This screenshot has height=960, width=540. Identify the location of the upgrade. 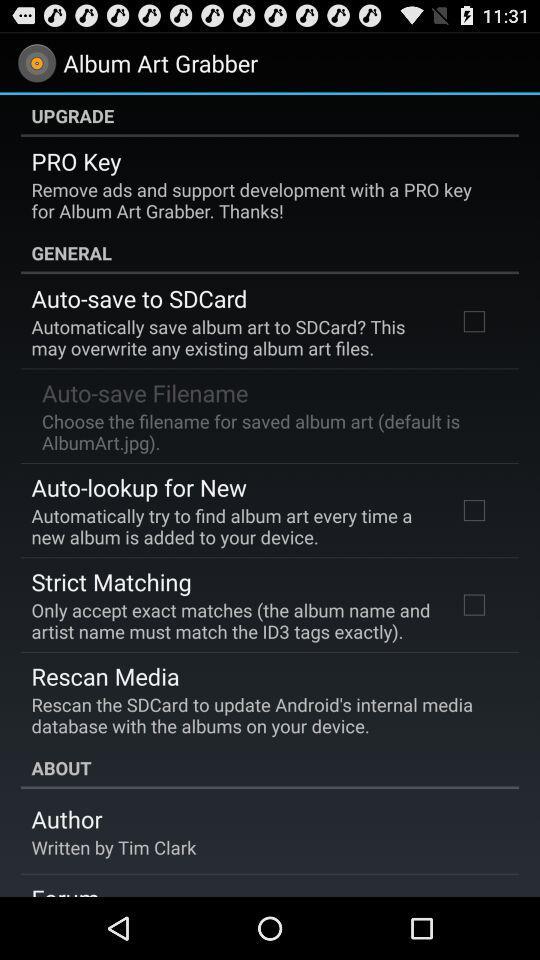
(270, 115).